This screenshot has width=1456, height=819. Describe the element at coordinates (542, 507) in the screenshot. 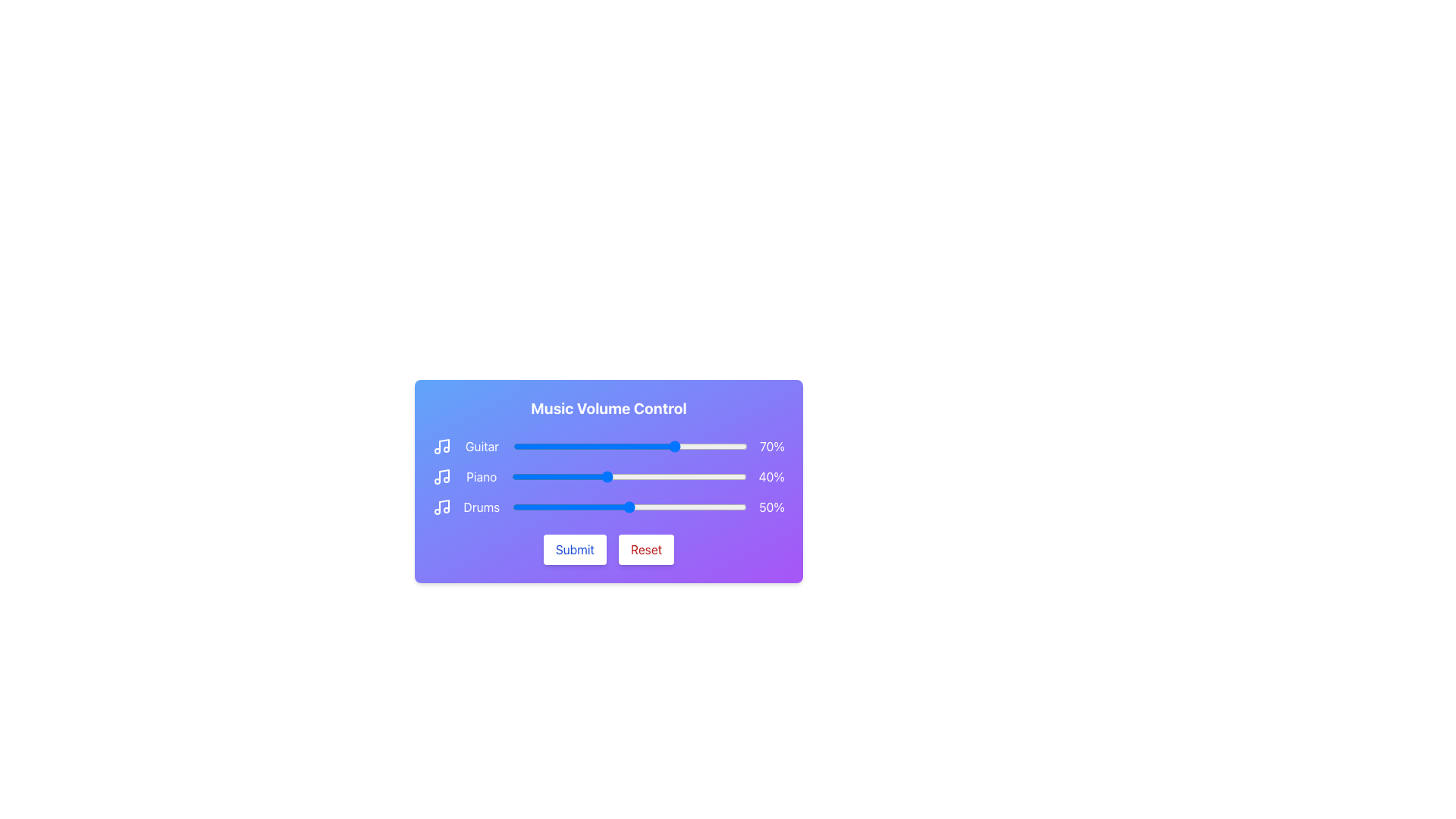

I see `the volume` at that location.